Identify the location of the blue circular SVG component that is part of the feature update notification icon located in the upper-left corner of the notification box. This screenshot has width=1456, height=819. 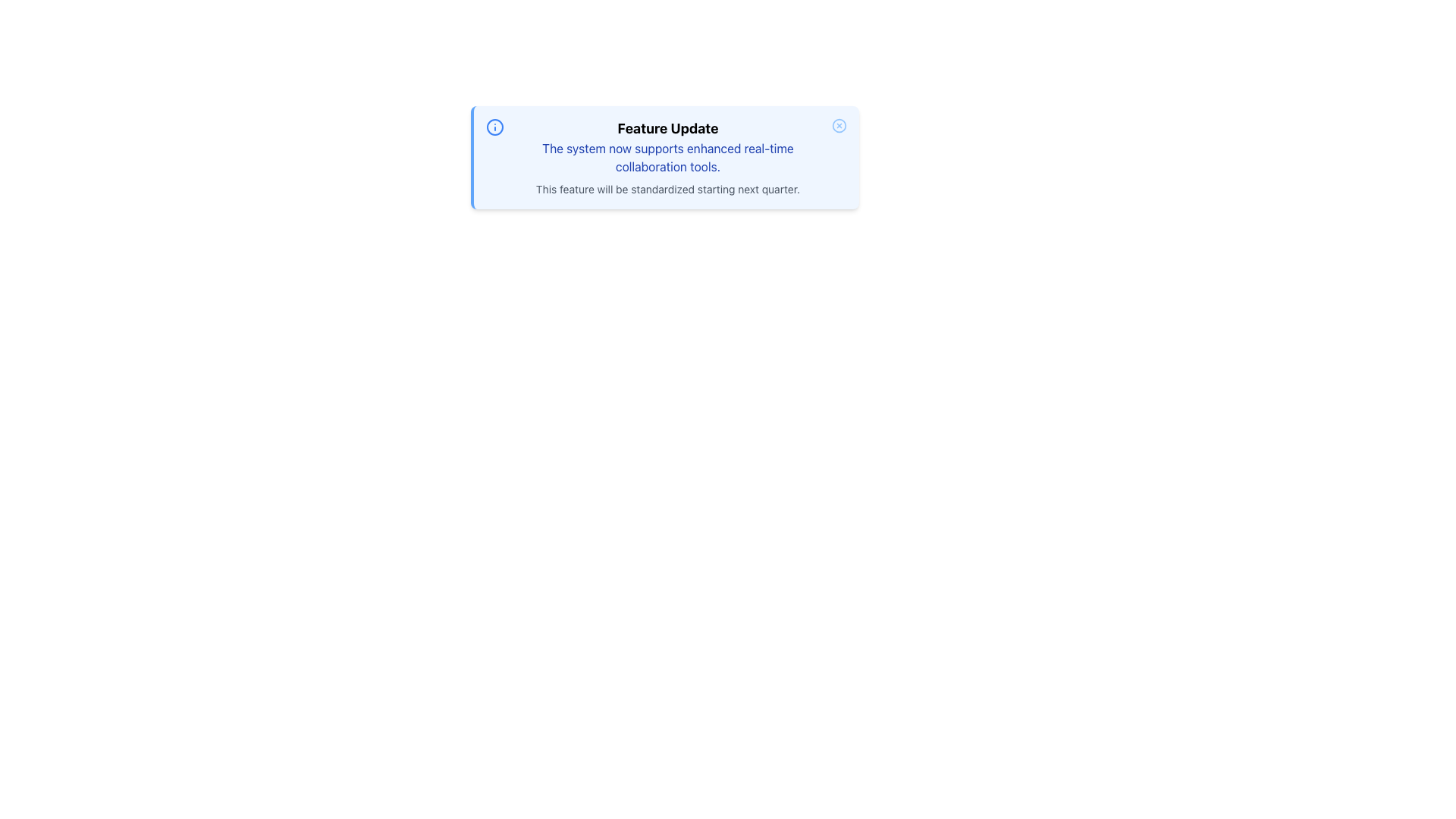
(494, 127).